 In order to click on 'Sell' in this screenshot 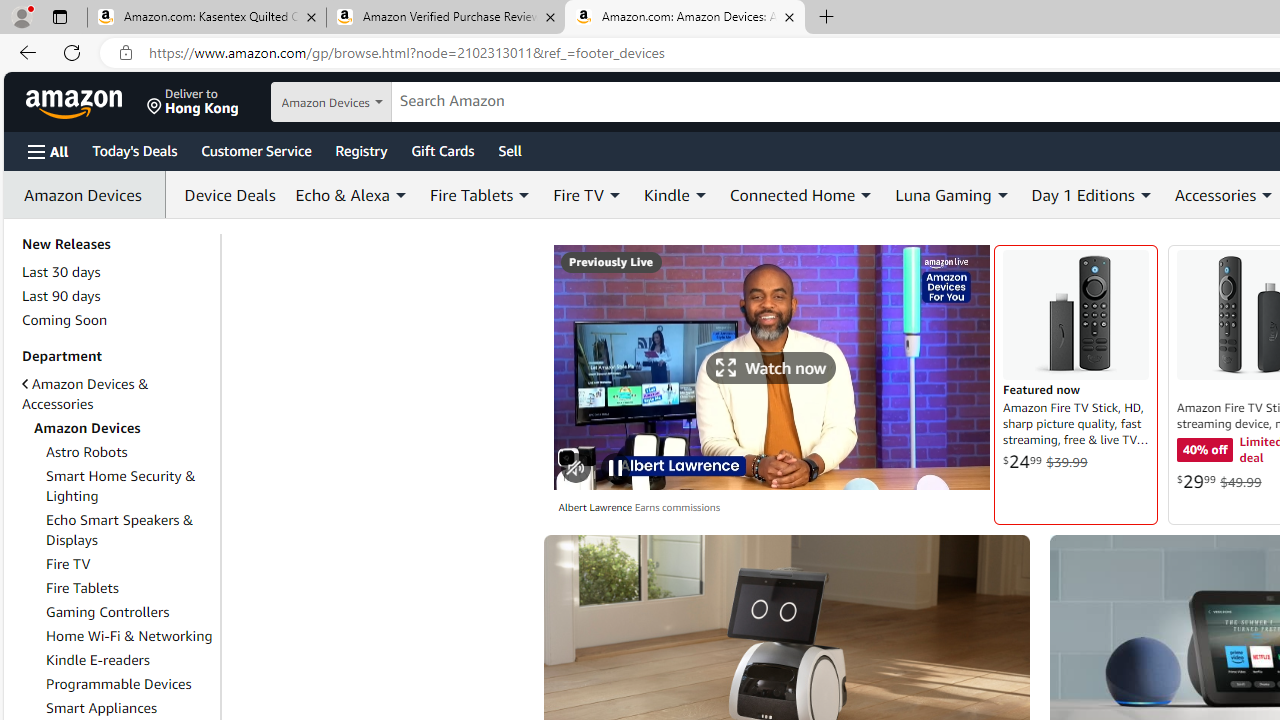, I will do `click(510, 149)`.